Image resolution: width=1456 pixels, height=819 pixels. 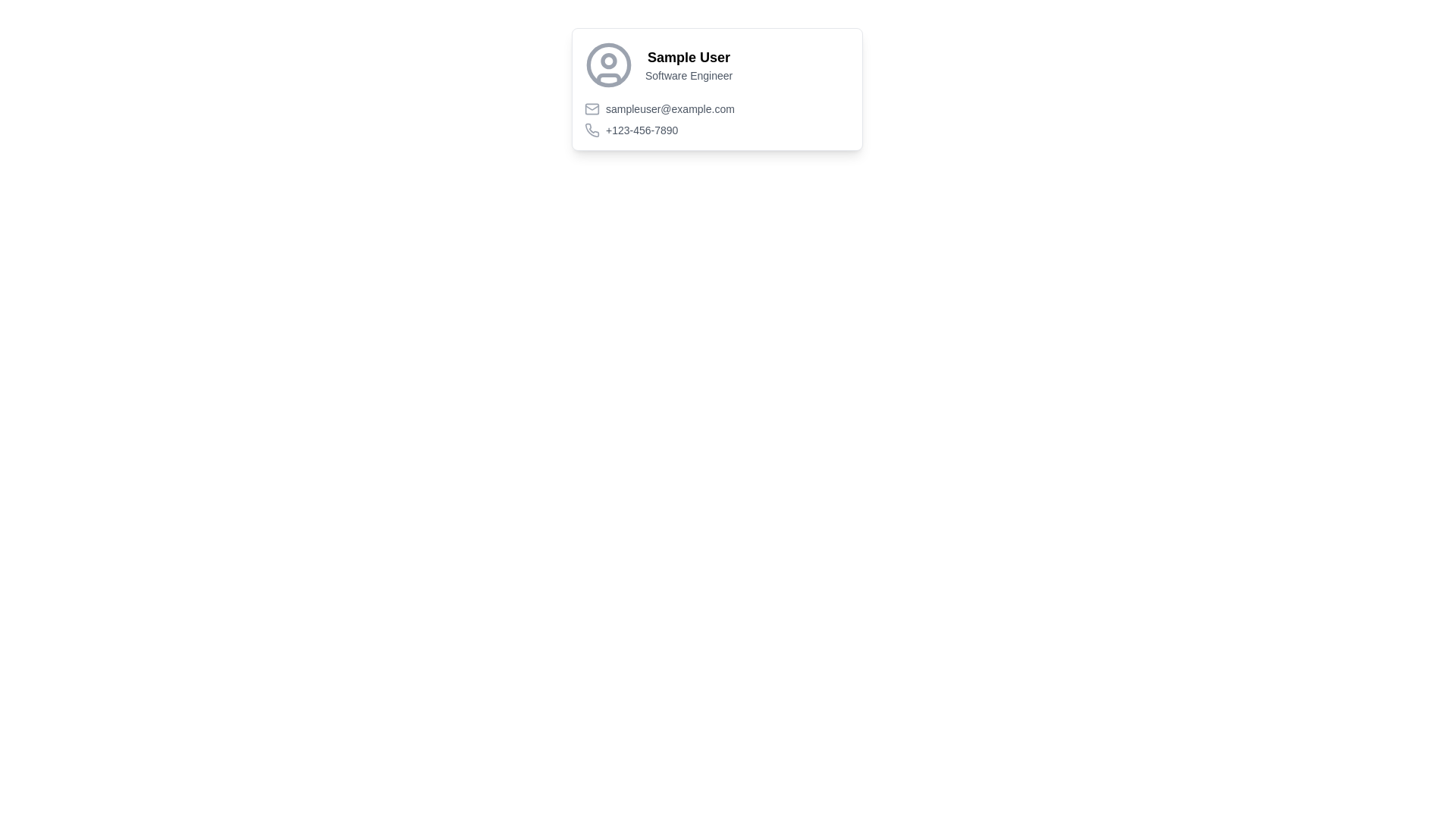 I want to click on the decorative boundary SVG circle of the user profile icon located at the top-left corner of the user card for 'Sample User', so click(x=608, y=64).